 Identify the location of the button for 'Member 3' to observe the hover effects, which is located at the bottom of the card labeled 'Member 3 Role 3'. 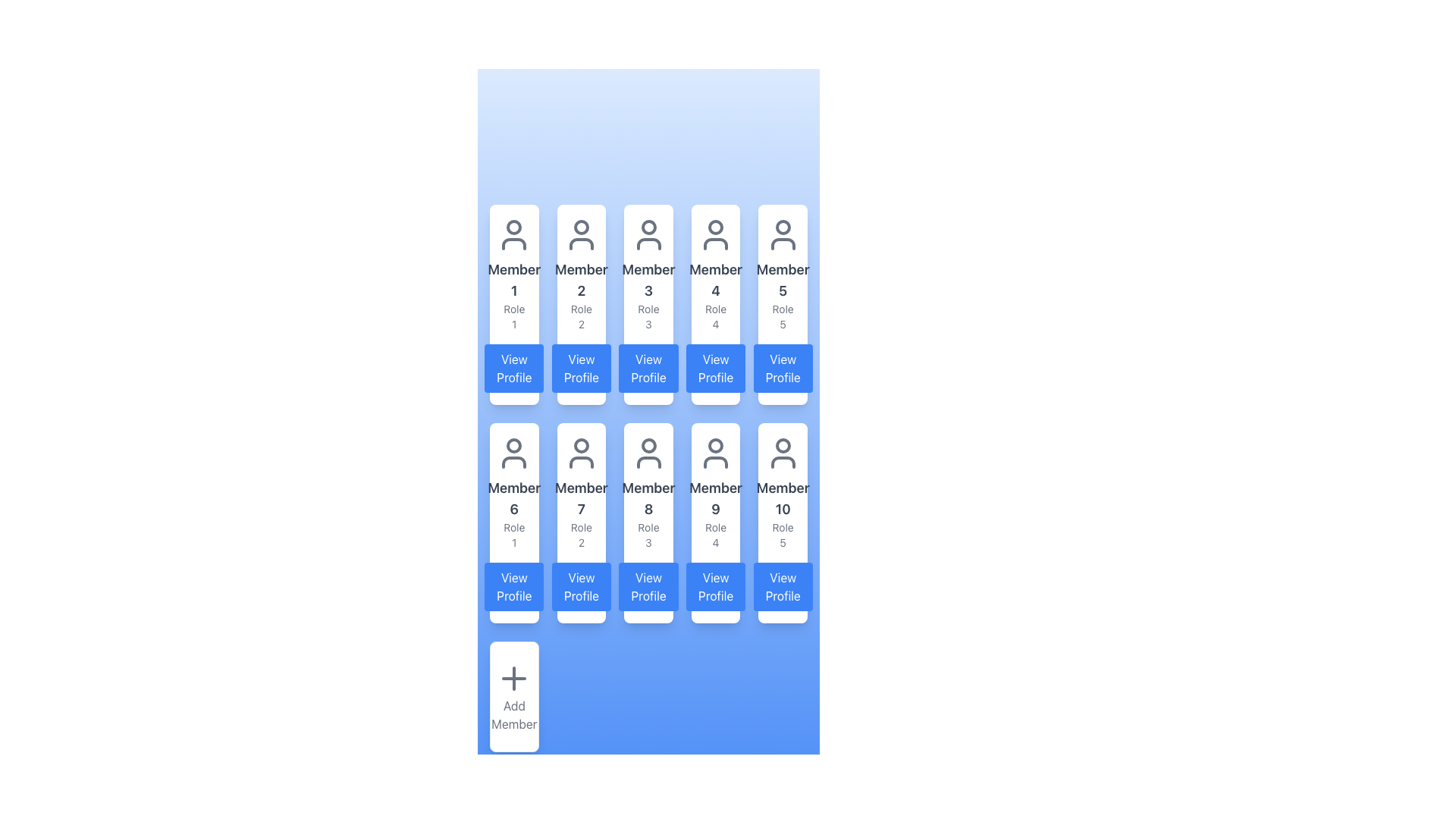
(648, 369).